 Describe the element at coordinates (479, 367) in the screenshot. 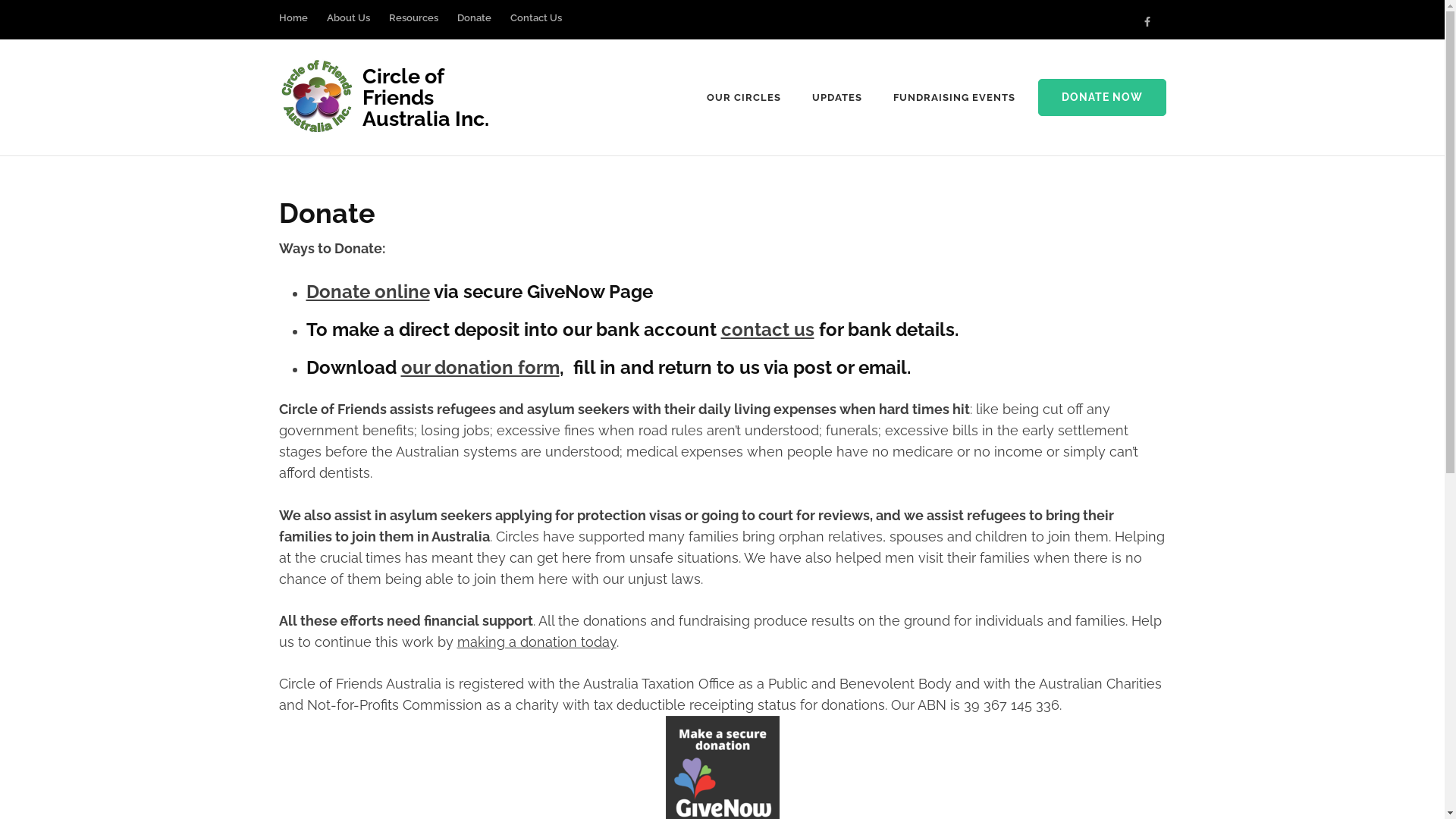

I see `'our donation form'` at that location.